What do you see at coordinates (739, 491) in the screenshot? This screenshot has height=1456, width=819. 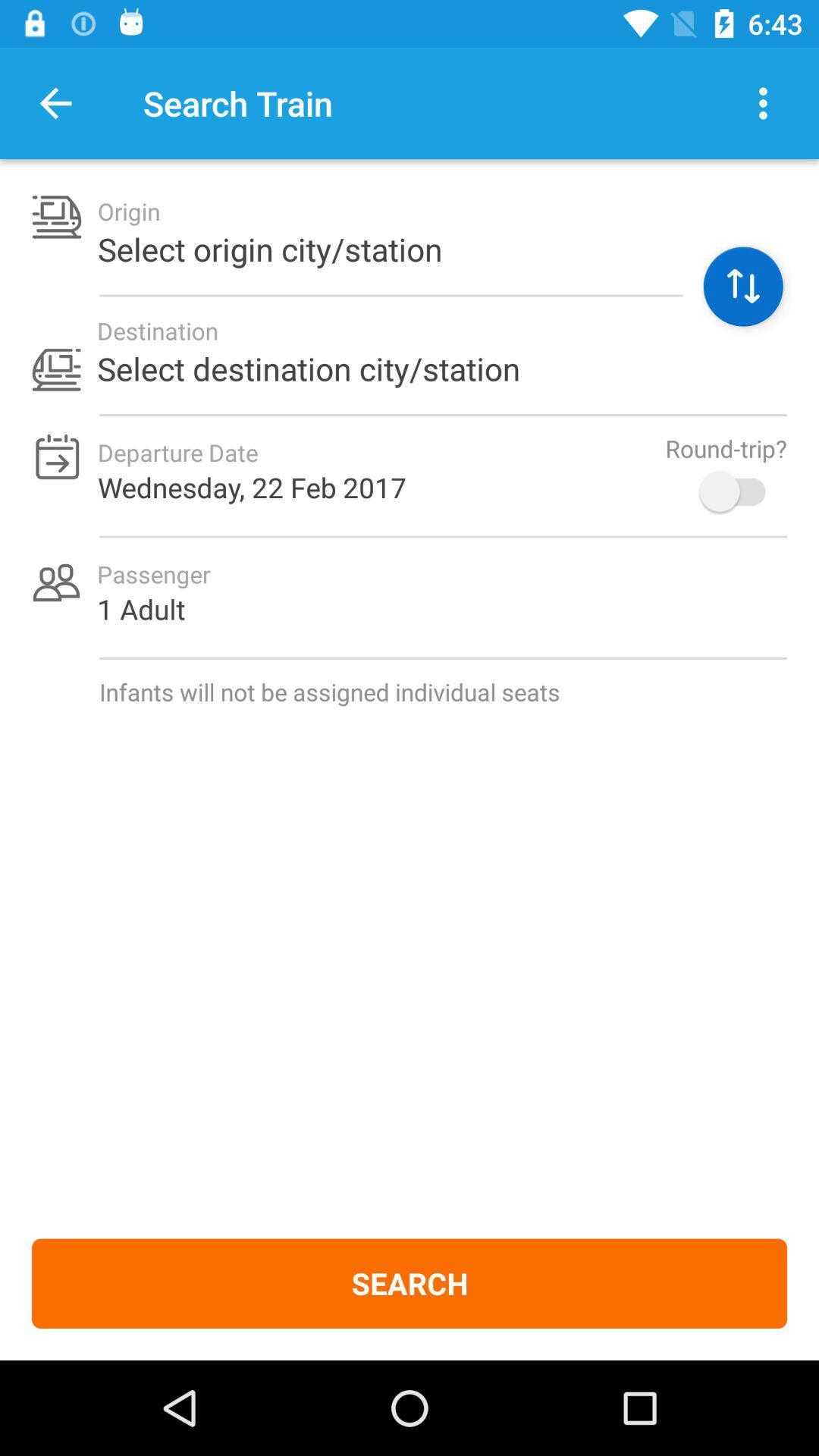 I see `switch round trip option` at bounding box center [739, 491].